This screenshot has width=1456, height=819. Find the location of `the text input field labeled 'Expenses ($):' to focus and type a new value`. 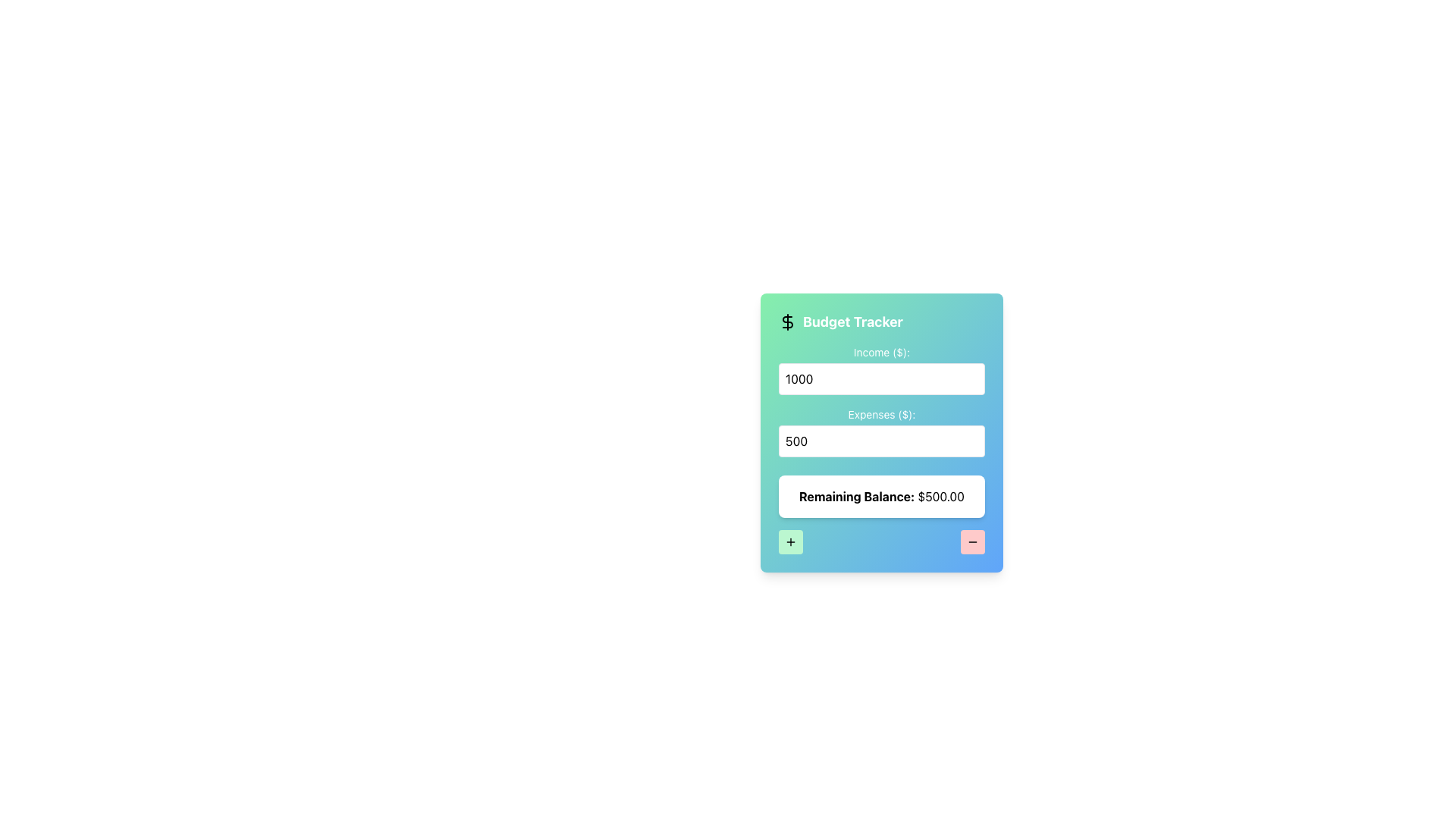

the text input field labeled 'Expenses ($):' to focus and type a new value is located at coordinates (881, 432).